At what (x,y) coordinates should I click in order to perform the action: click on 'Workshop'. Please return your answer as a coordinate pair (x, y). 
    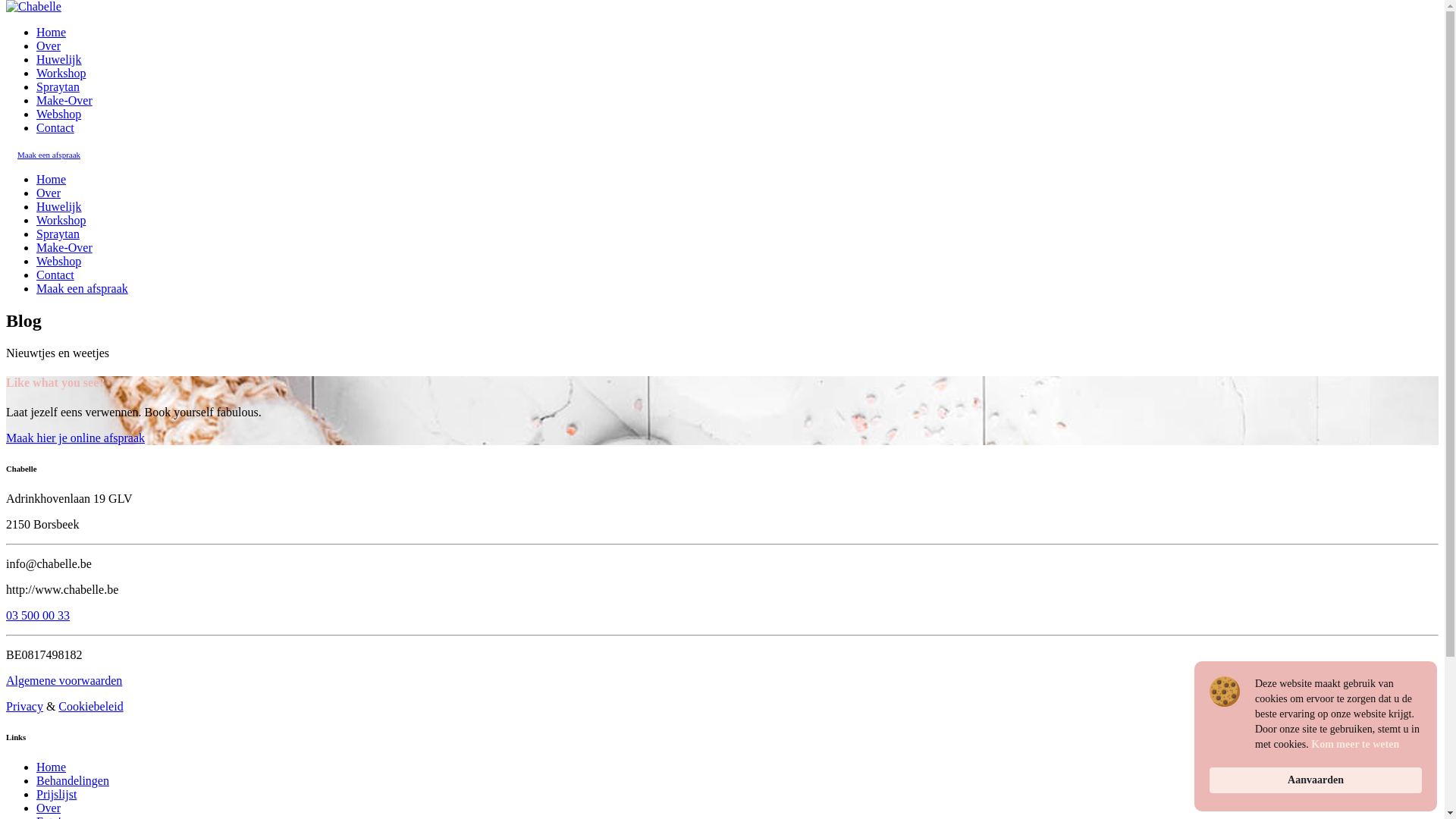
    Looking at the image, I should click on (36, 73).